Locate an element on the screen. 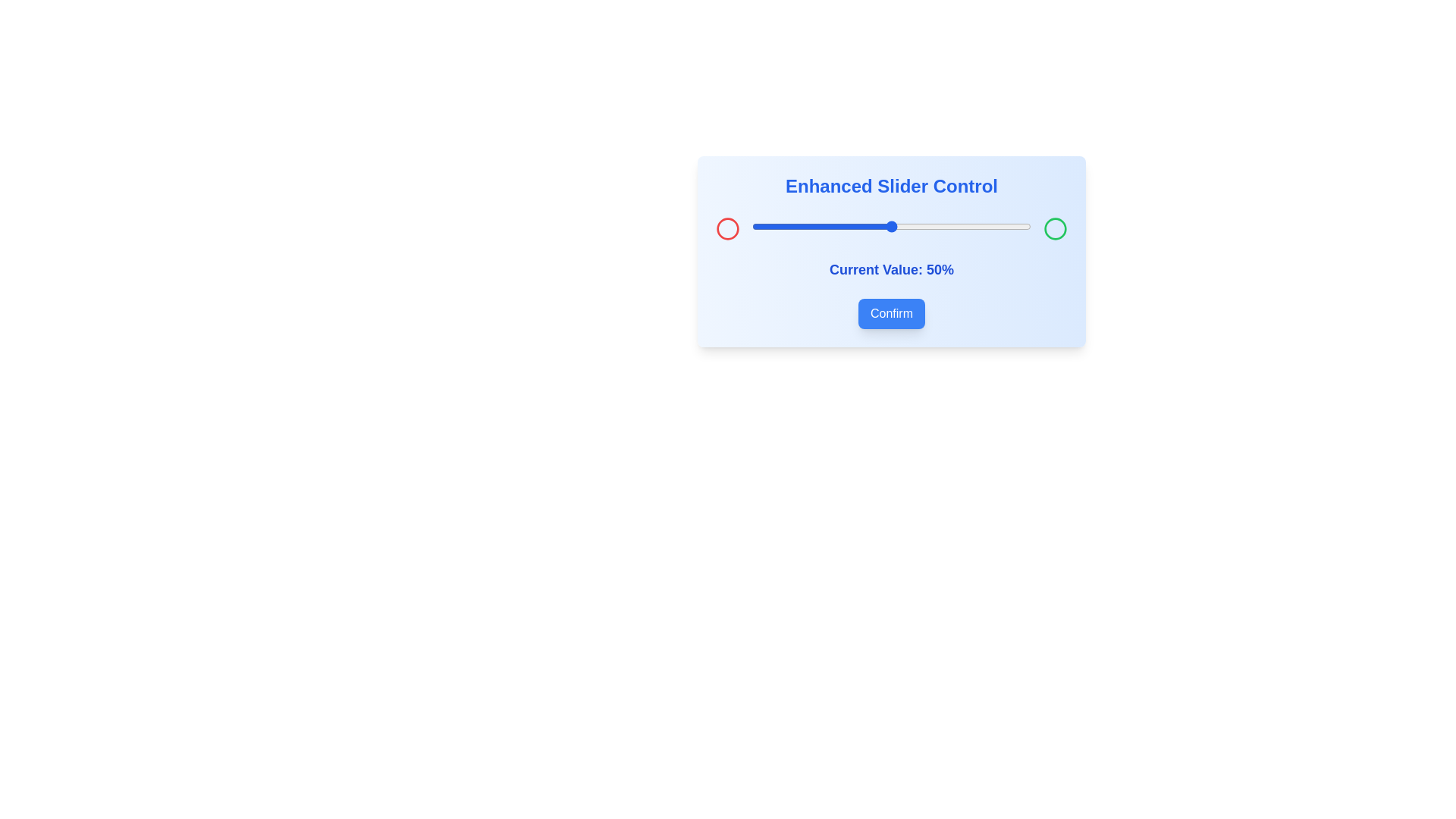 The image size is (1456, 819). the slider value is located at coordinates (829, 227).